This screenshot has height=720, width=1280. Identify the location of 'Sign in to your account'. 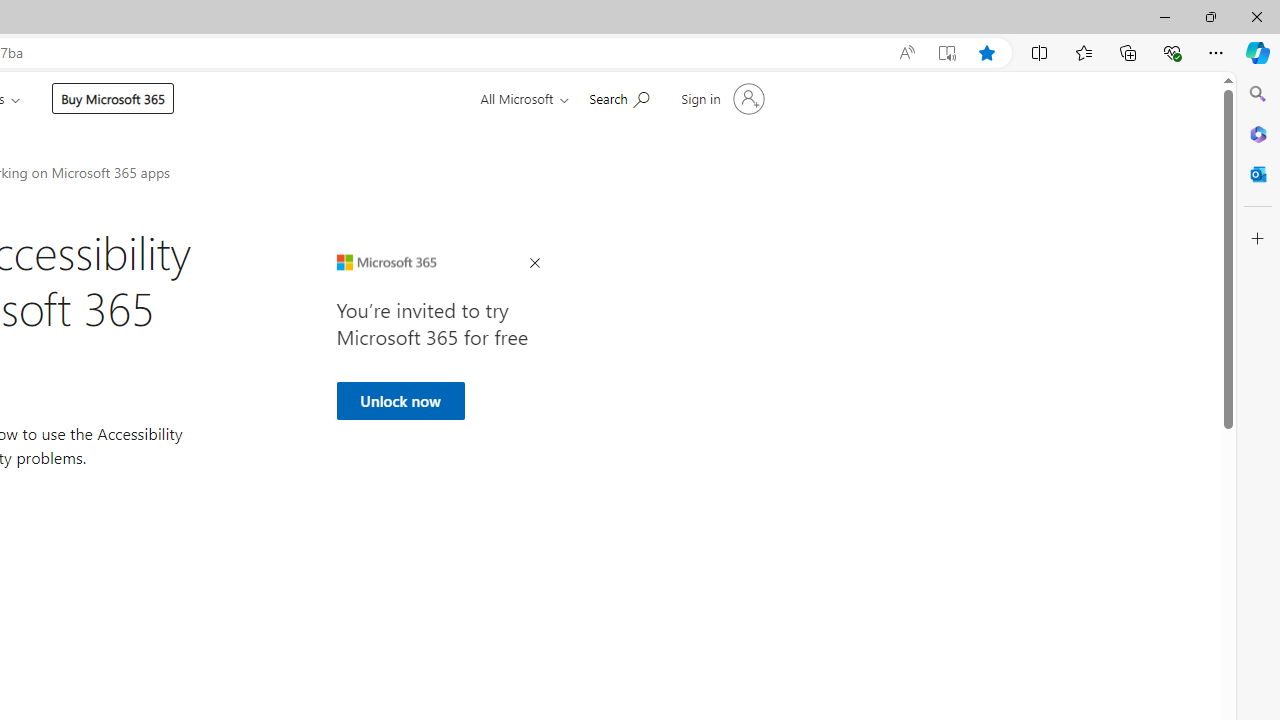
(720, 99).